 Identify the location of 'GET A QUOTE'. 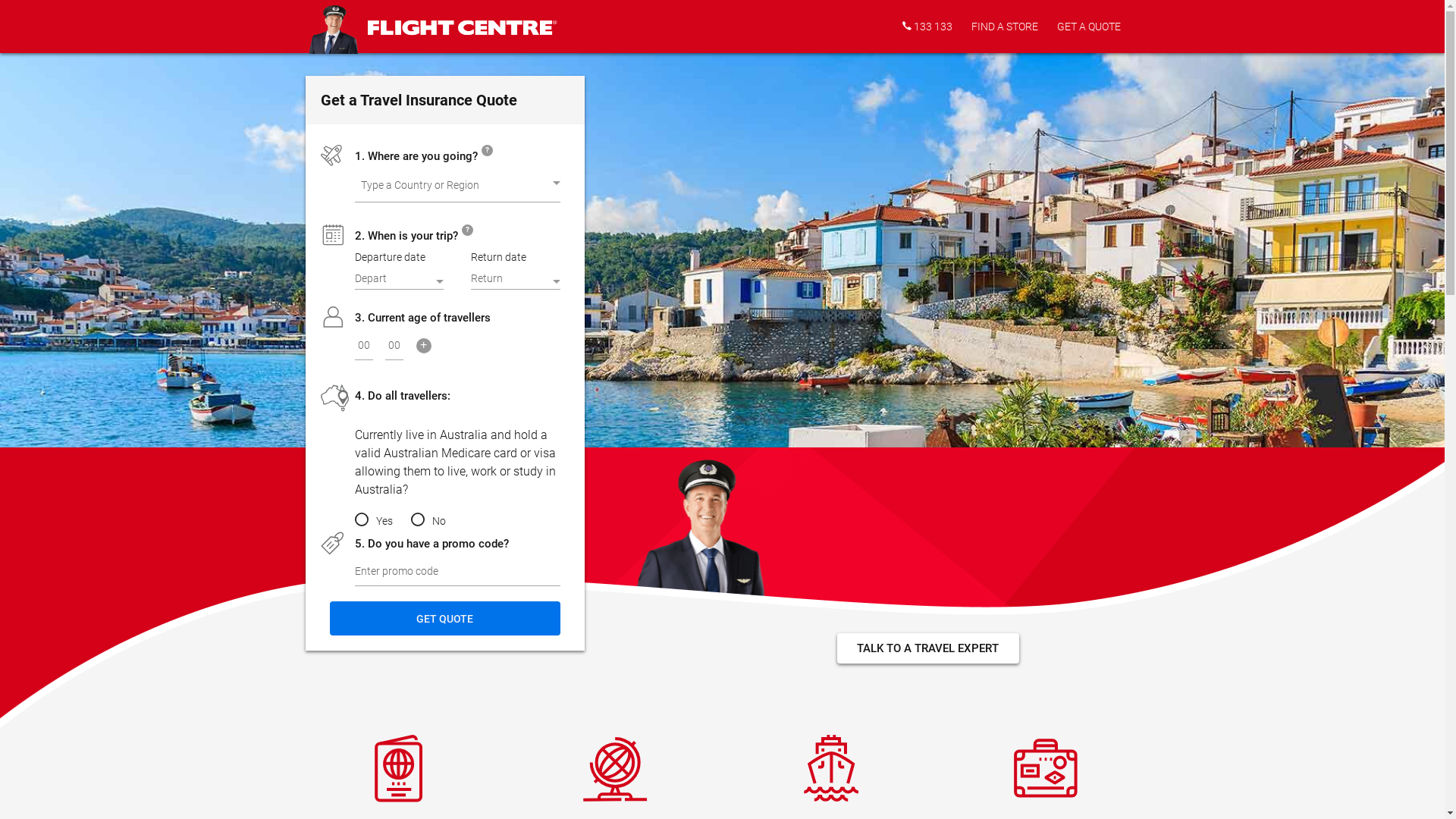
(1087, 26).